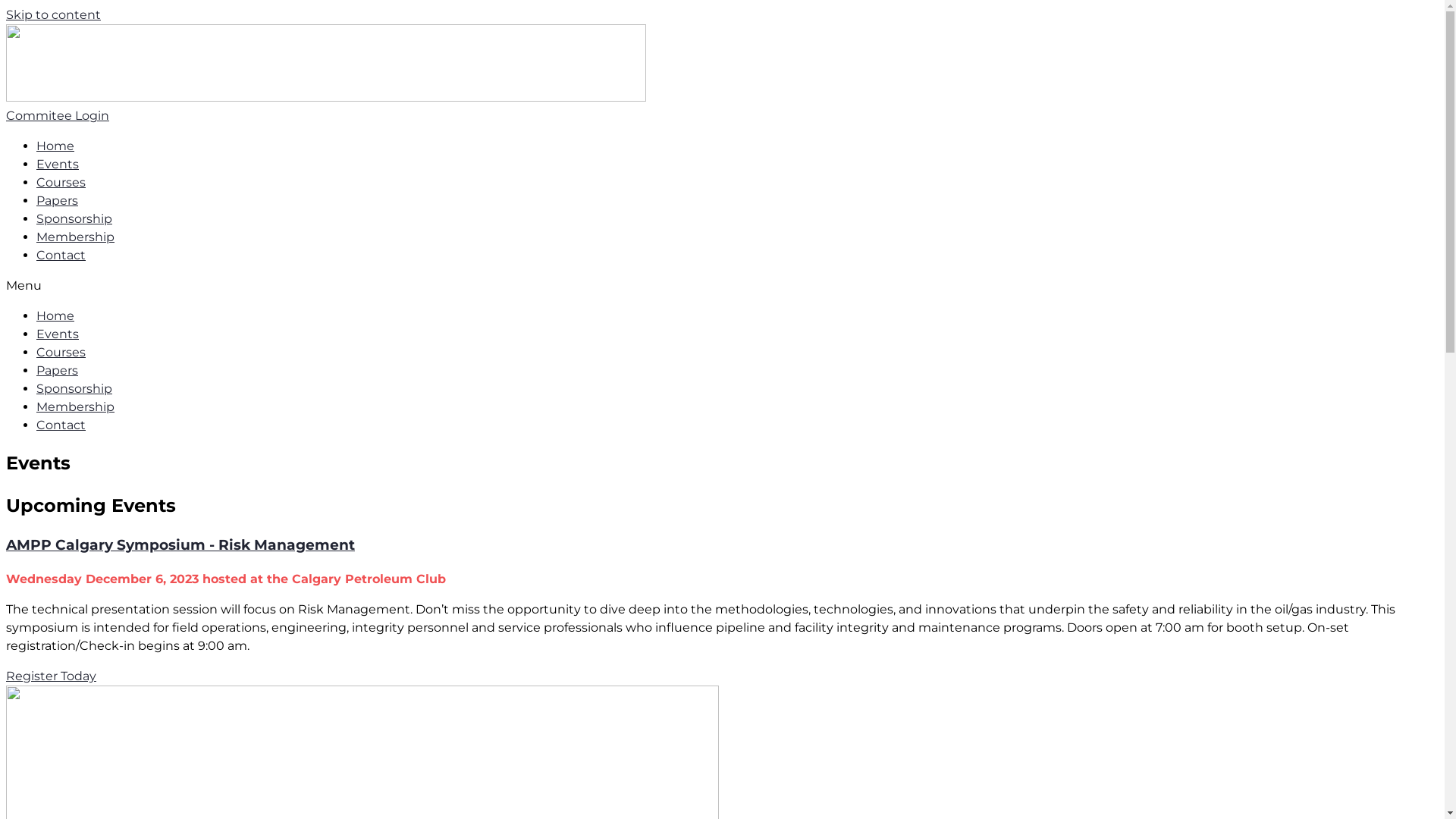 This screenshot has height=819, width=1456. What do you see at coordinates (61, 254) in the screenshot?
I see `'Contact'` at bounding box center [61, 254].